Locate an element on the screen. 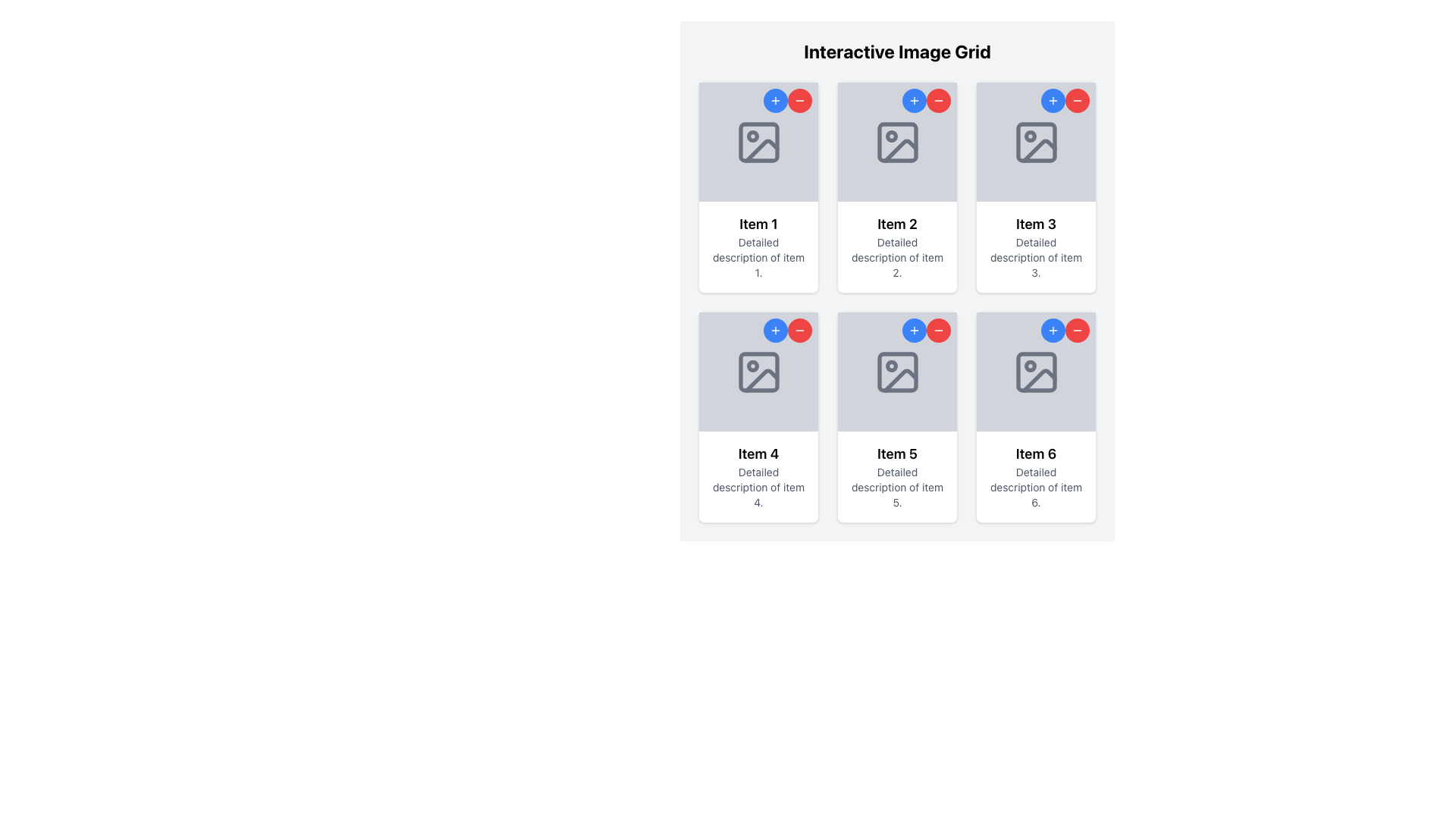  the static text label providing additional descriptive information about 'Item 4', located below the title 'Item 4' in the bottom-left position of the 3x2 grid layout is located at coordinates (758, 488).